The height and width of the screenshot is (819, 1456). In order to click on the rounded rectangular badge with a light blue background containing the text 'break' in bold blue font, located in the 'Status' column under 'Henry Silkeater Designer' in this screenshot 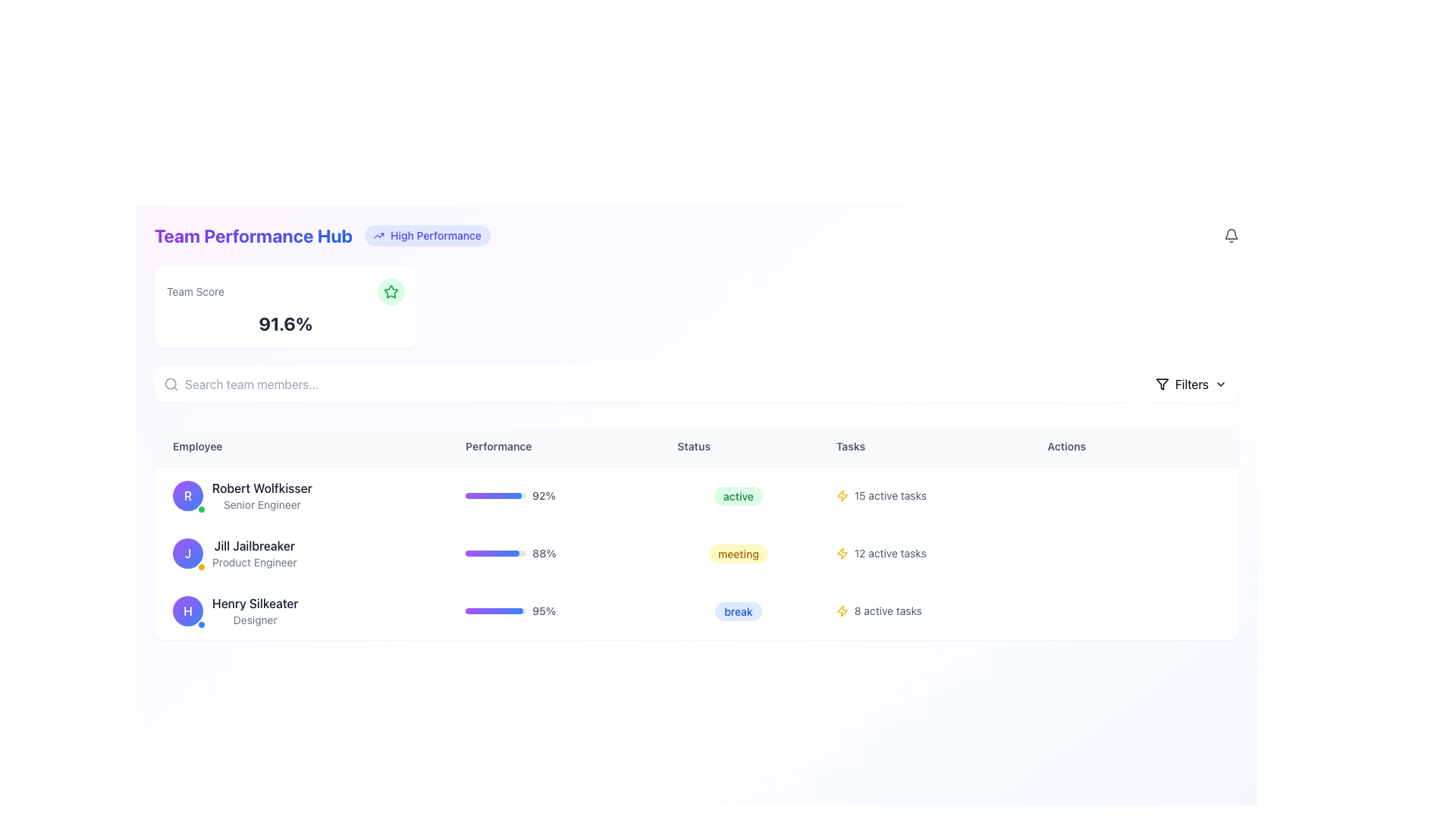, I will do `click(739, 610)`.